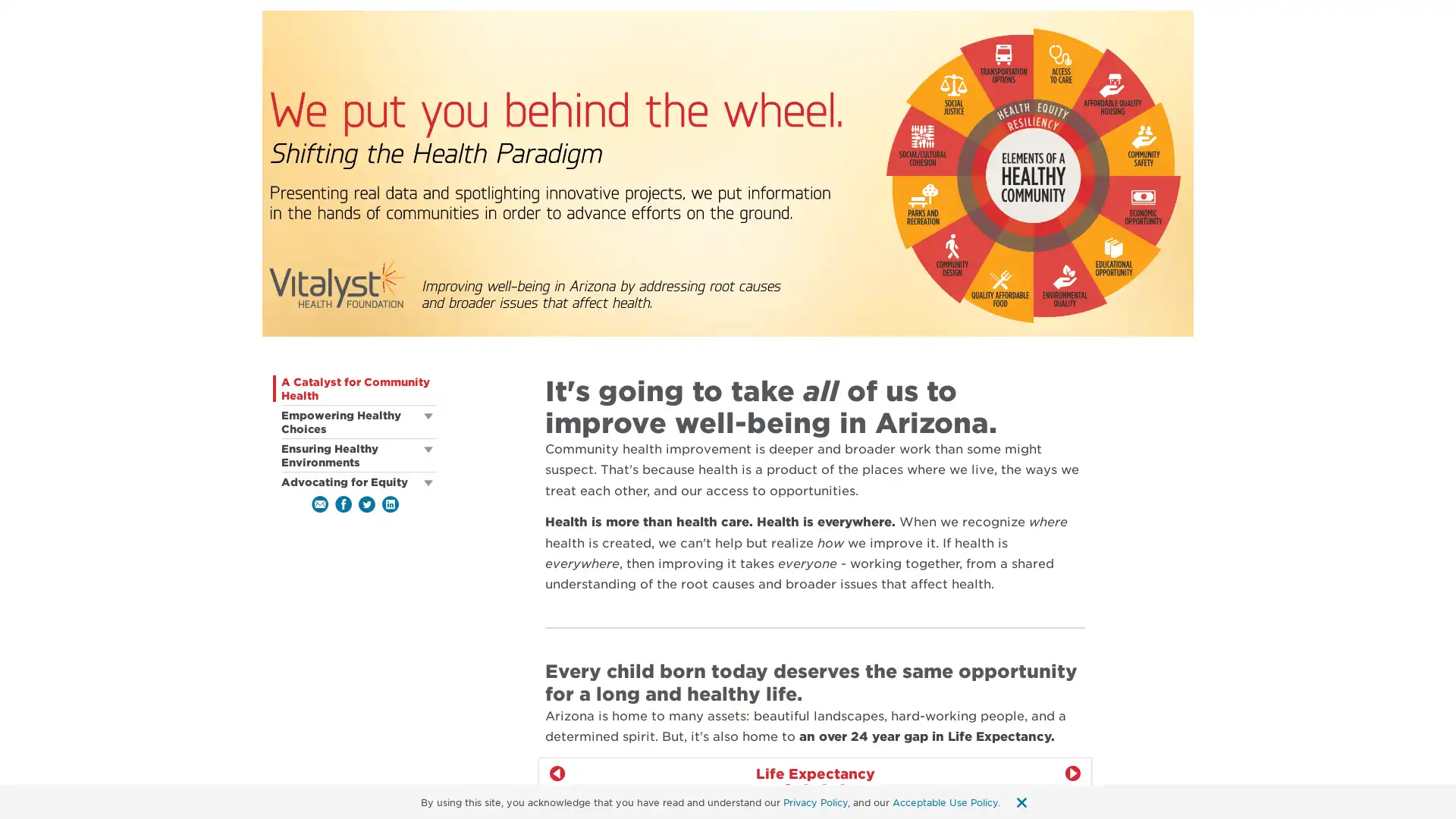 Image resolution: width=1456 pixels, height=819 pixels. I want to click on Toggle menu display: Export map data, so click(1074, 806).